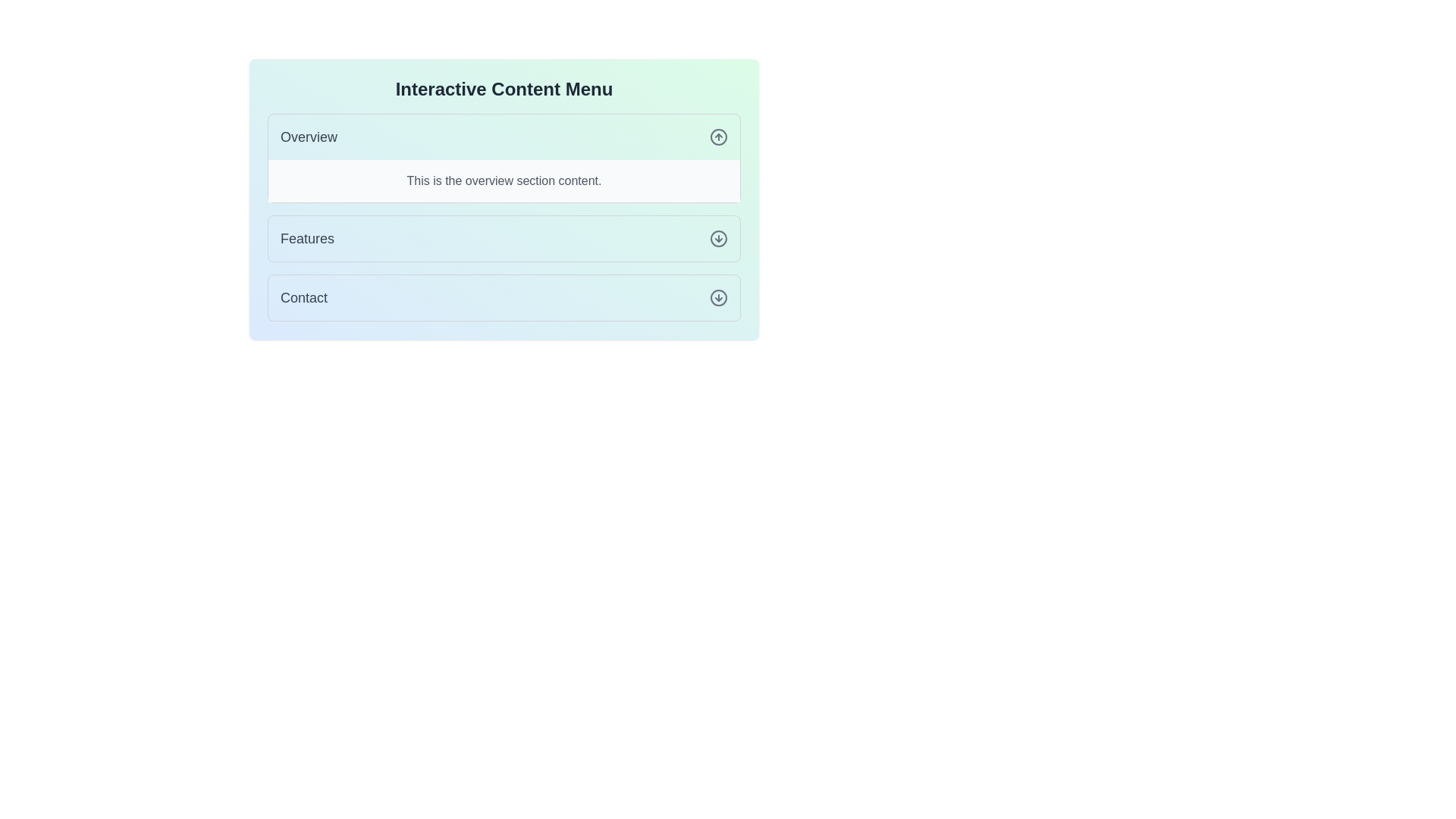 Image resolution: width=1456 pixels, height=819 pixels. What do you see at coordinates (718, 298) in the screenshot?
I see `the expandable menu icon located to the right of the 'Contact' row in the vertically stacked menu` at bounding box center [718, 298].